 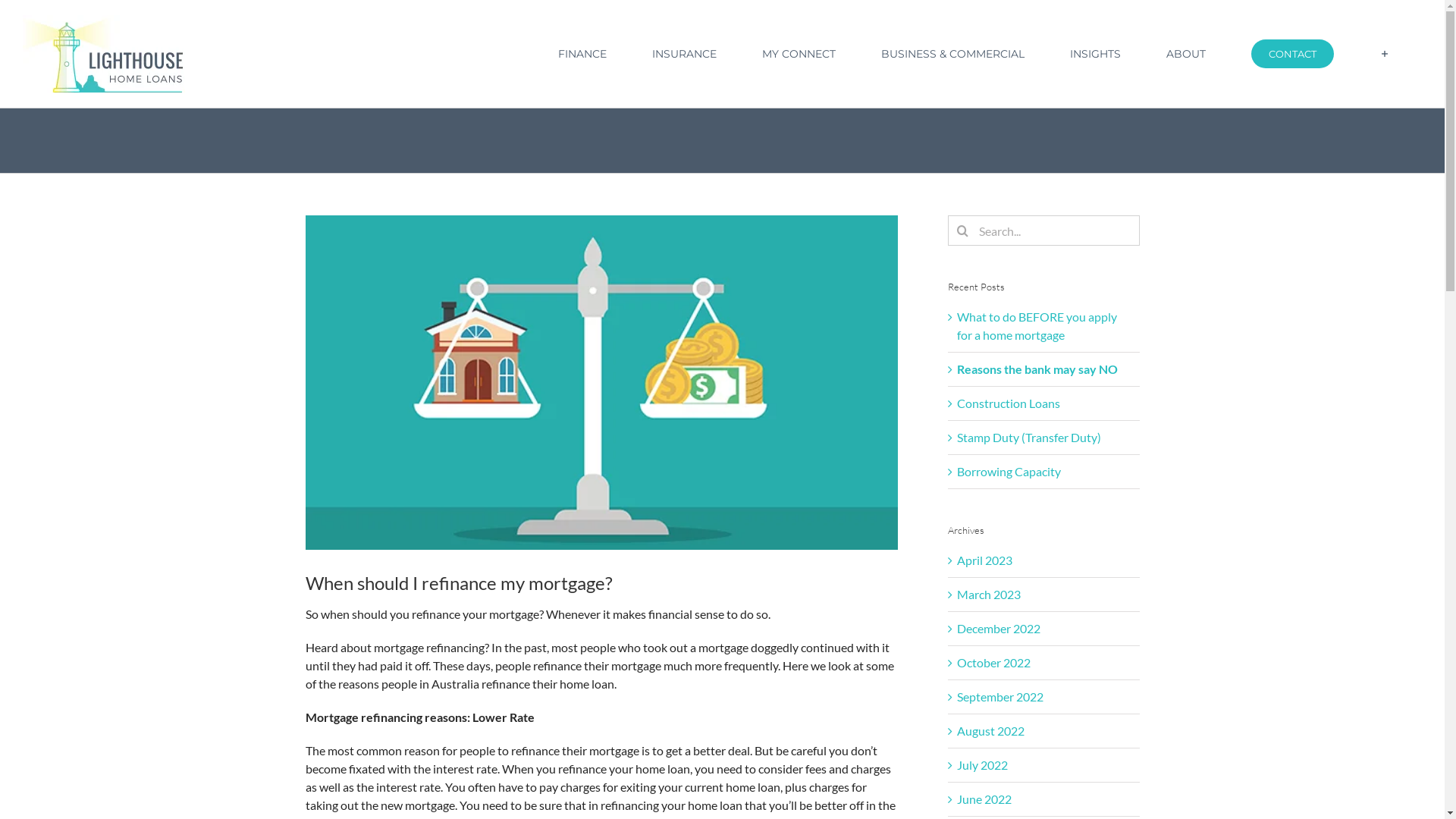 I want to click on 'December 2022', so click(x=998, y=628).